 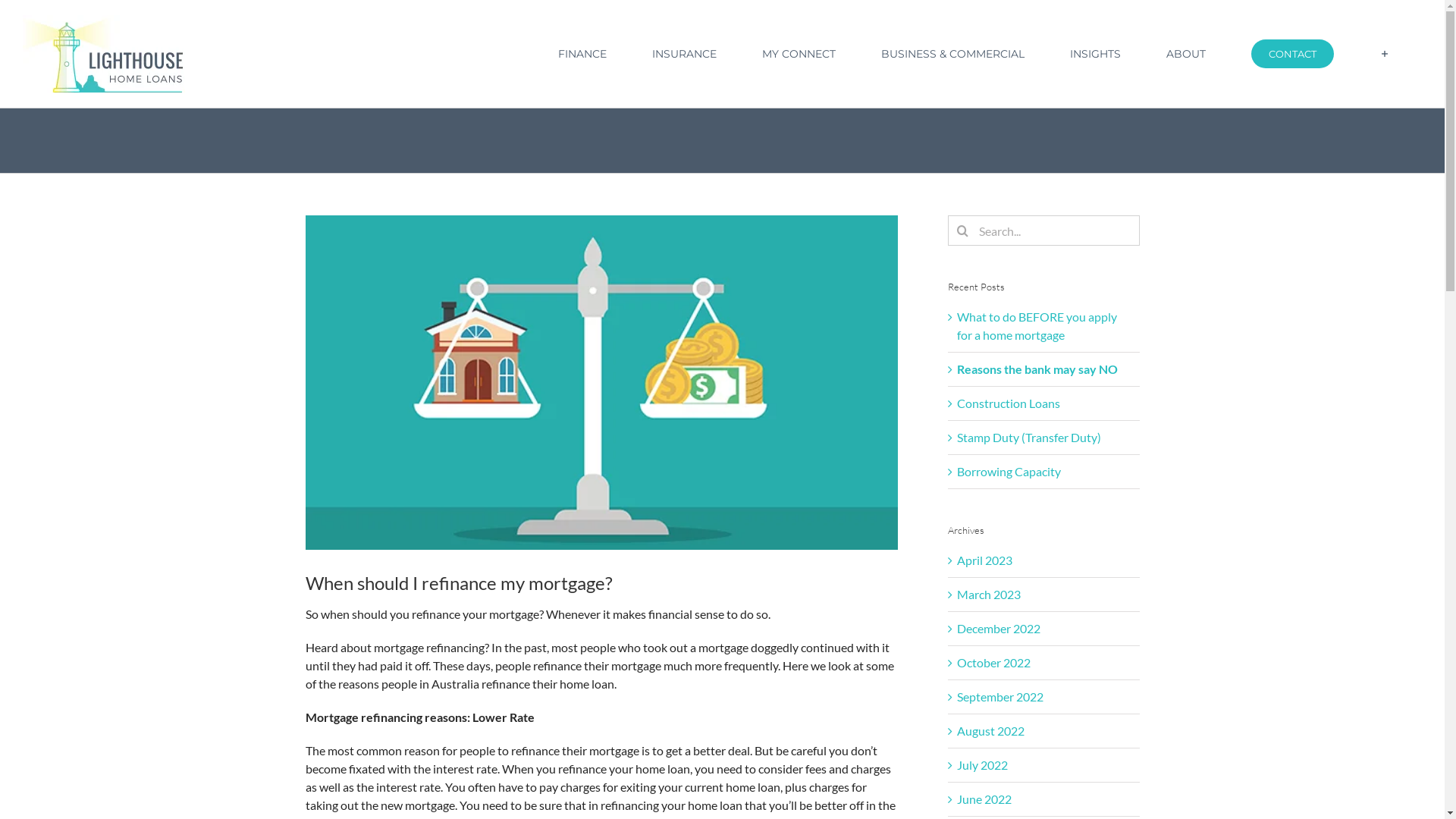 I want to click on 'December 2022', so click(x=998, y=628).